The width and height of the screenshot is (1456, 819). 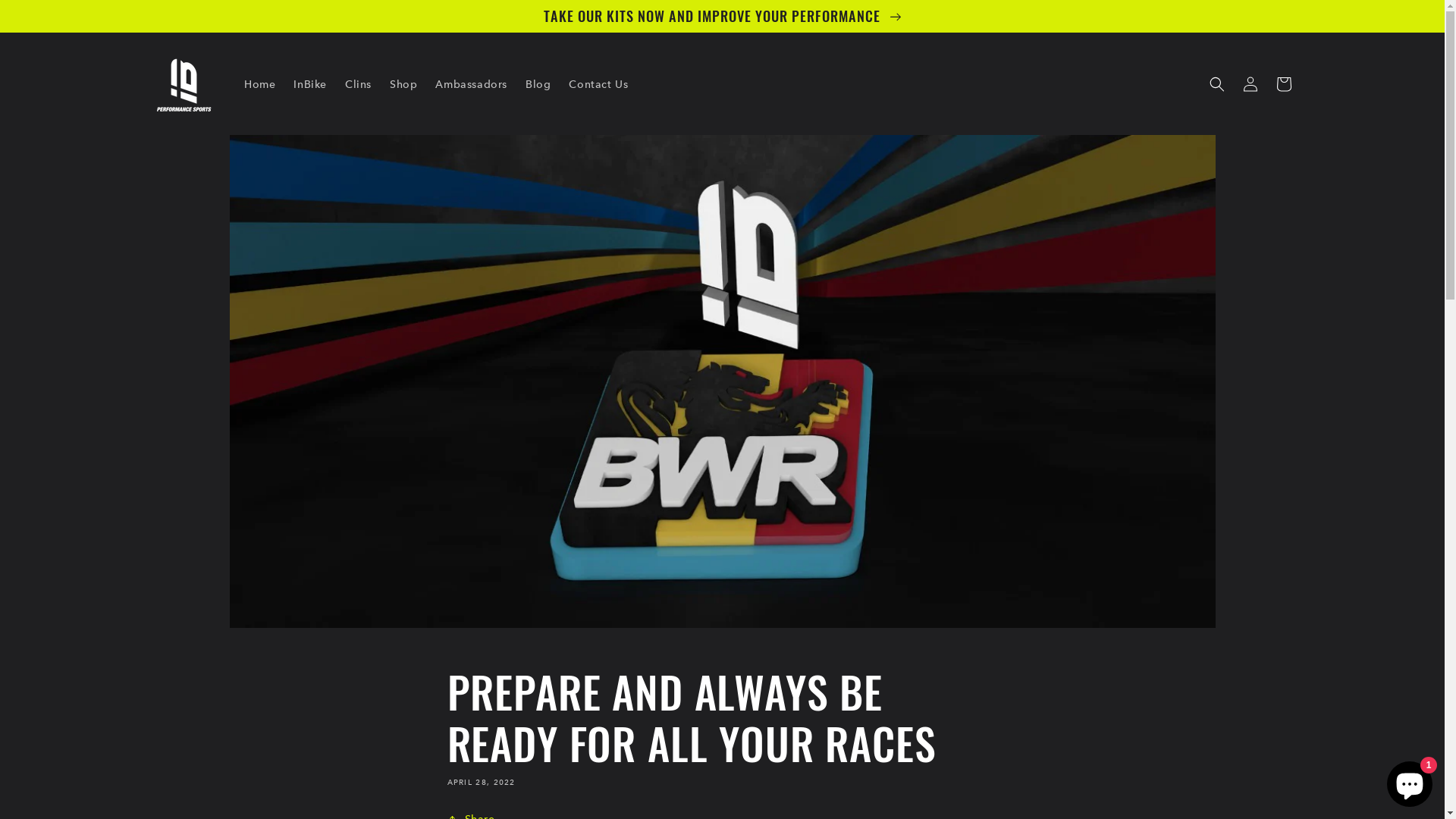 I want to click on 'Contact Us', so click(x=597, y=84).